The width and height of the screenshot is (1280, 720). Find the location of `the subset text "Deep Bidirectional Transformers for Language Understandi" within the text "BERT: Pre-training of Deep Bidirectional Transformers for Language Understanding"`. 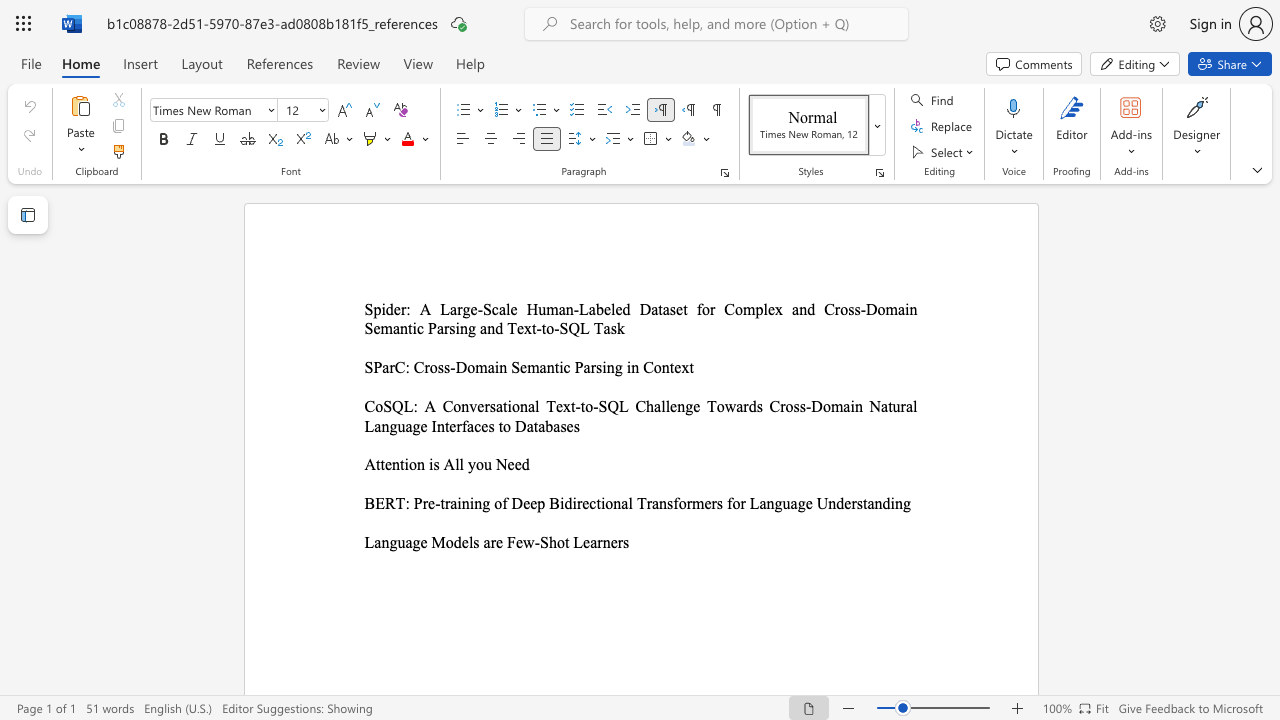

the subset text "Deep Bidirectional Transformers for Language Understandi" within the text "BERT: Pre-training of Deep Bidirectional Transformers for Language Understanding" is located at coordinates (511, 502).